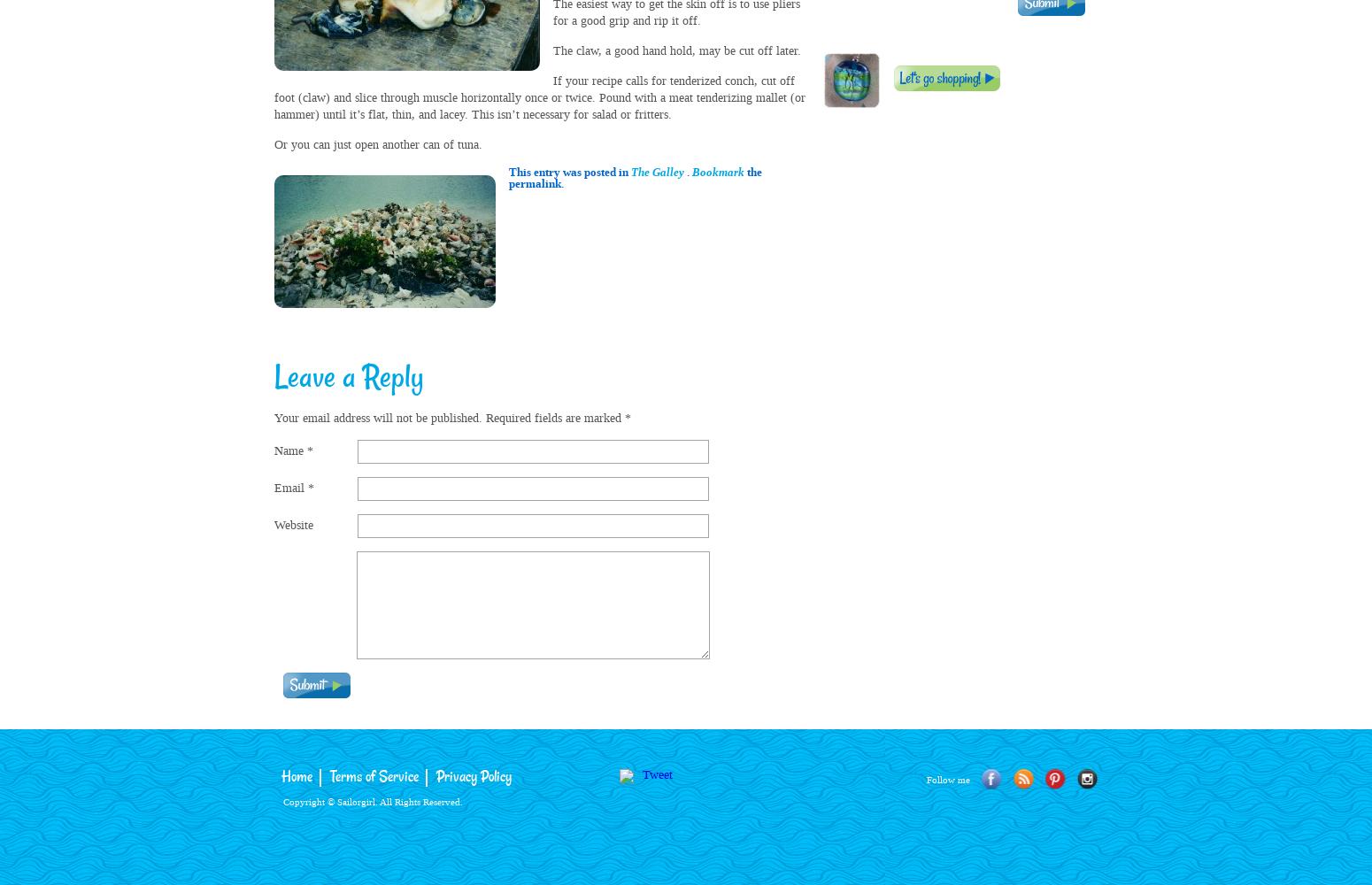 This screenshot has width=1372, height=885. What do you see at coordinates (717, 171) in the screenshot?
I see `'Bookmark'` at bounding box center [717, 171].